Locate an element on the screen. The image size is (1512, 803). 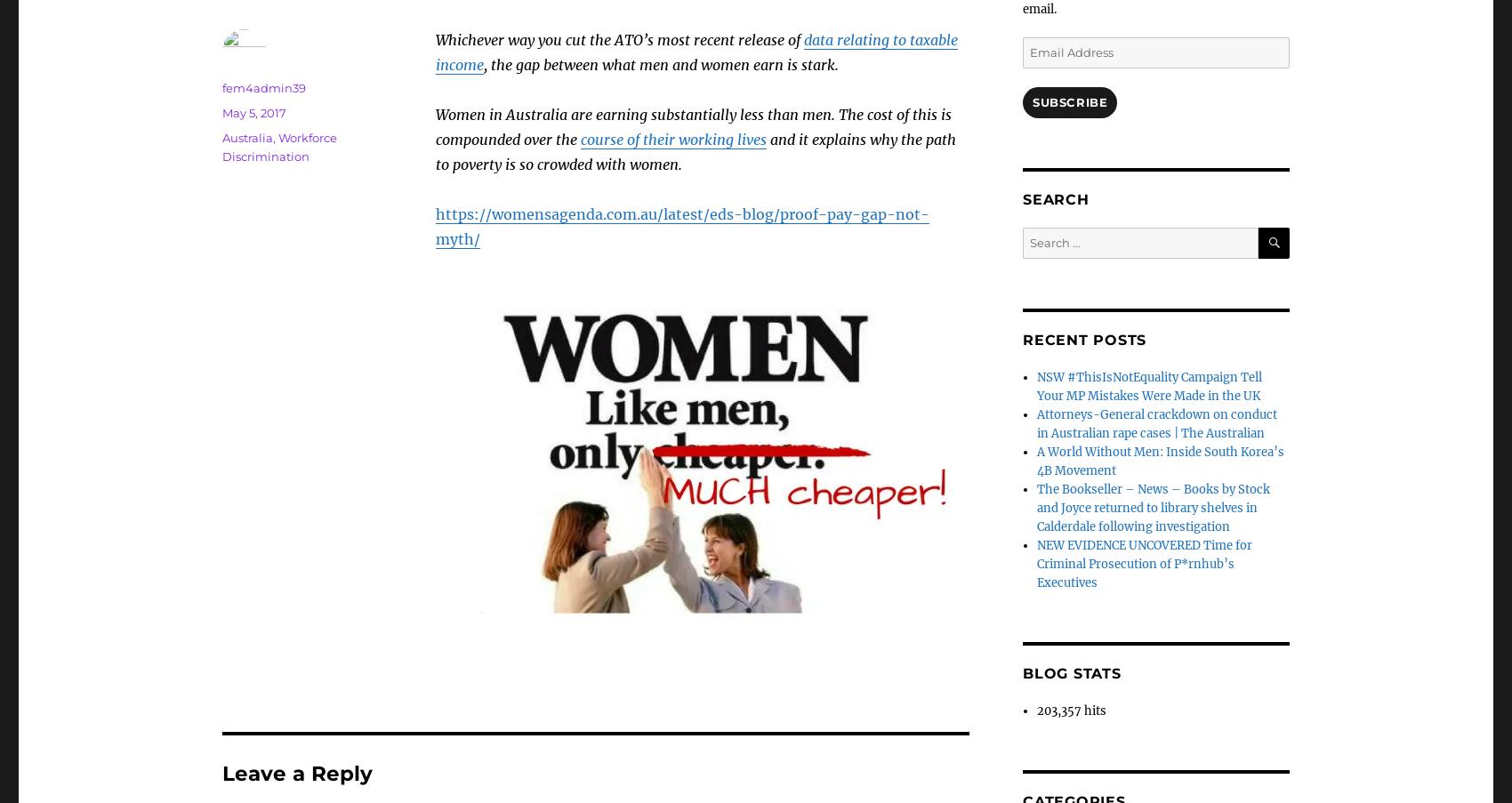
'Women in Australia are earning substantially less than men. The cost of this is compounded over the' is located at coordinates (692, 126).